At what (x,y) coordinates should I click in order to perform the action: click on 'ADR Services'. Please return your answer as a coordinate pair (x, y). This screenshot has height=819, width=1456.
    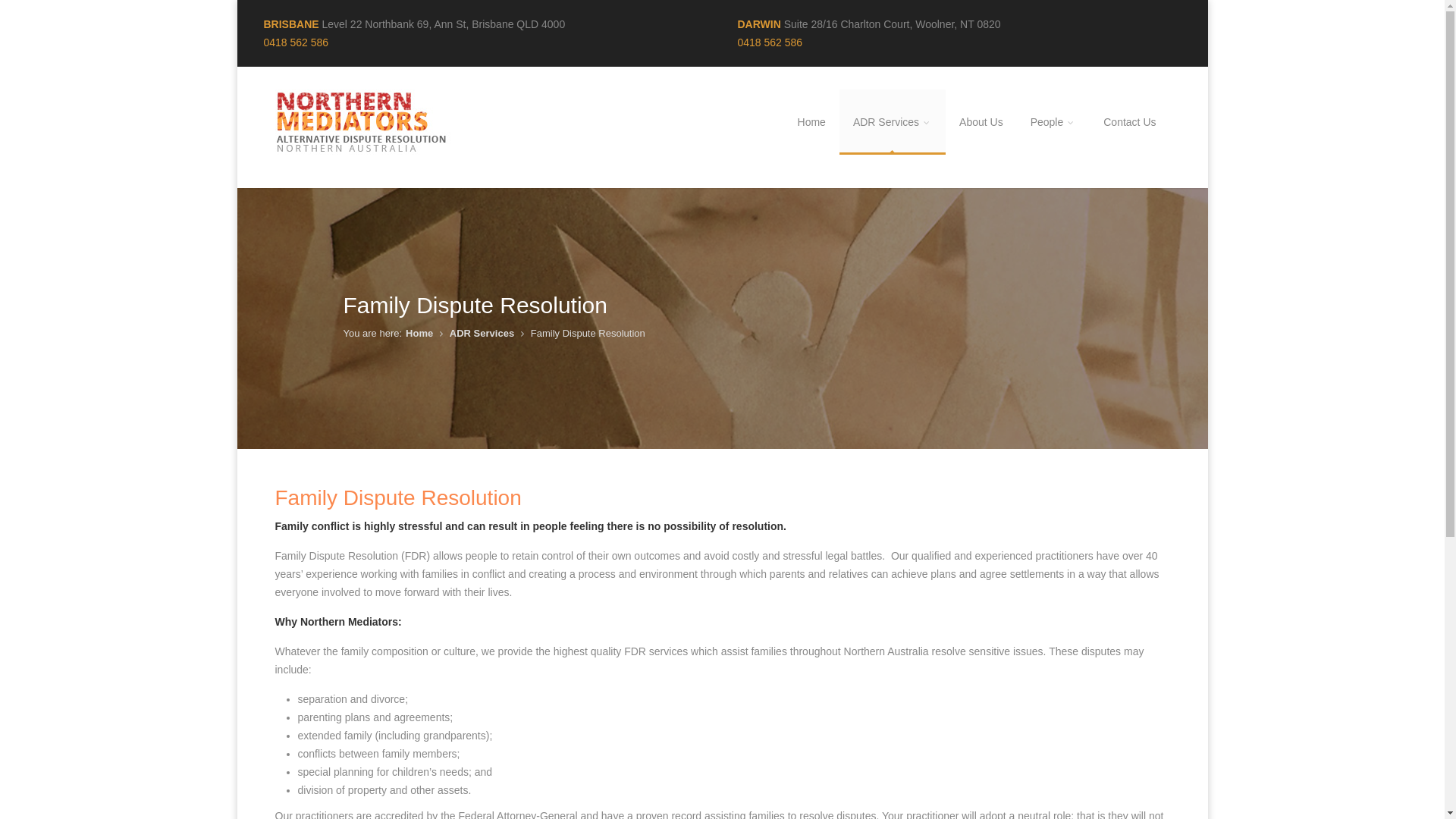
    Looking at the image, I should click on (481, 332).